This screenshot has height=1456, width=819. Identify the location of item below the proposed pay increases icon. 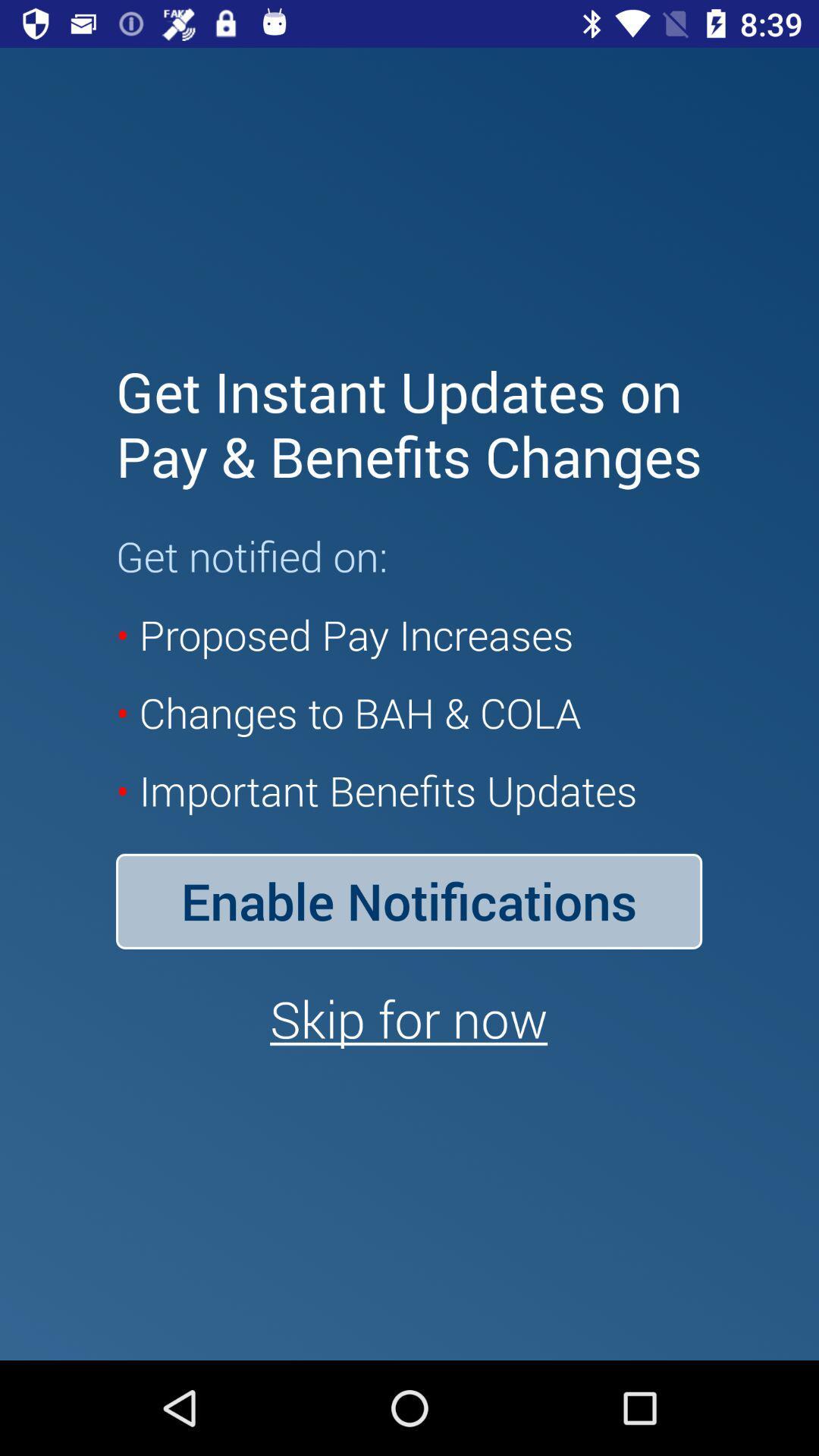
(408, 901).